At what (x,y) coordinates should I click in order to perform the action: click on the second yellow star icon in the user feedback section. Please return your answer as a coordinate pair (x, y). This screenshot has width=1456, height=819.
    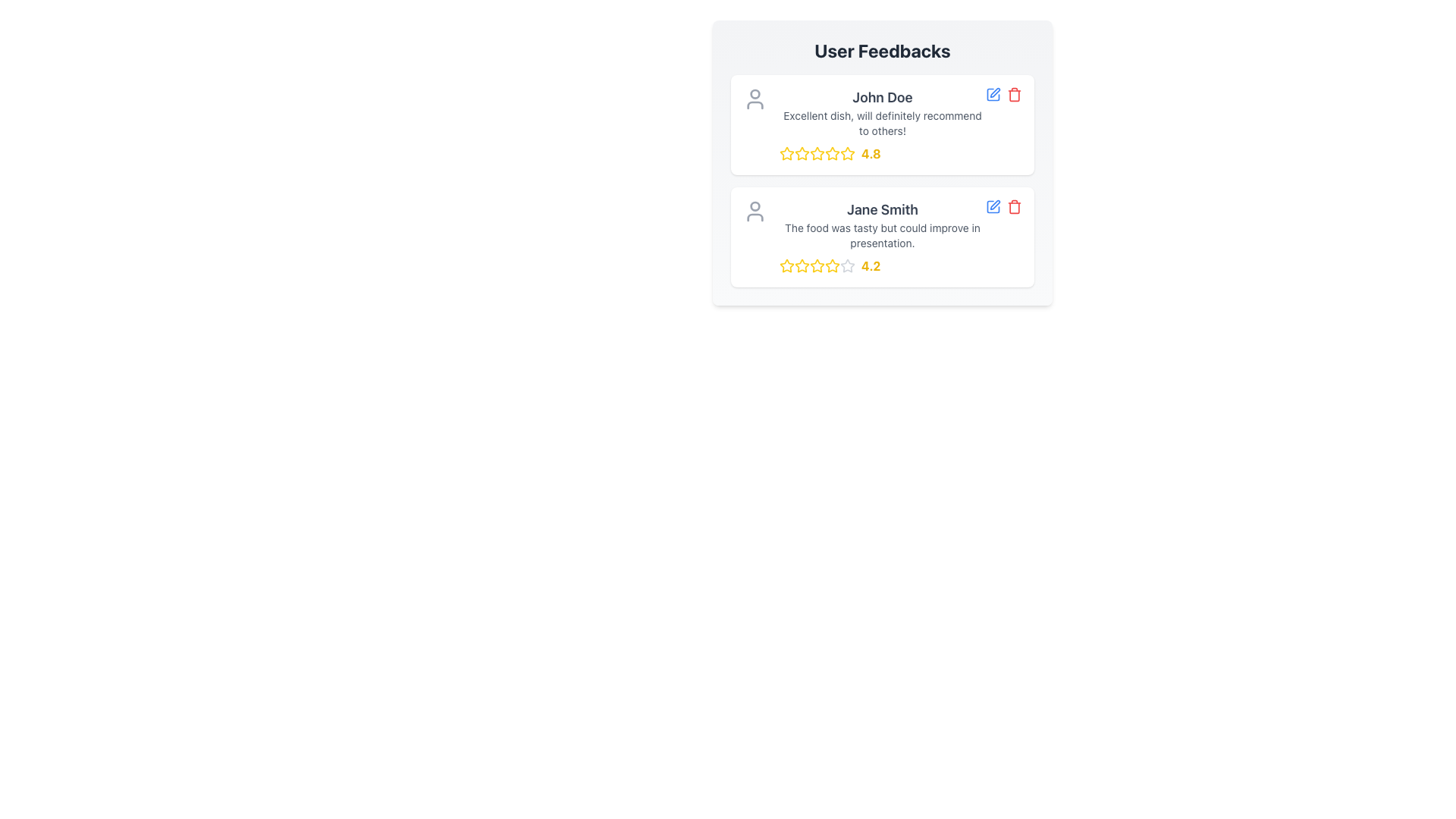
    Looking at the image, I should click on (801, 154).